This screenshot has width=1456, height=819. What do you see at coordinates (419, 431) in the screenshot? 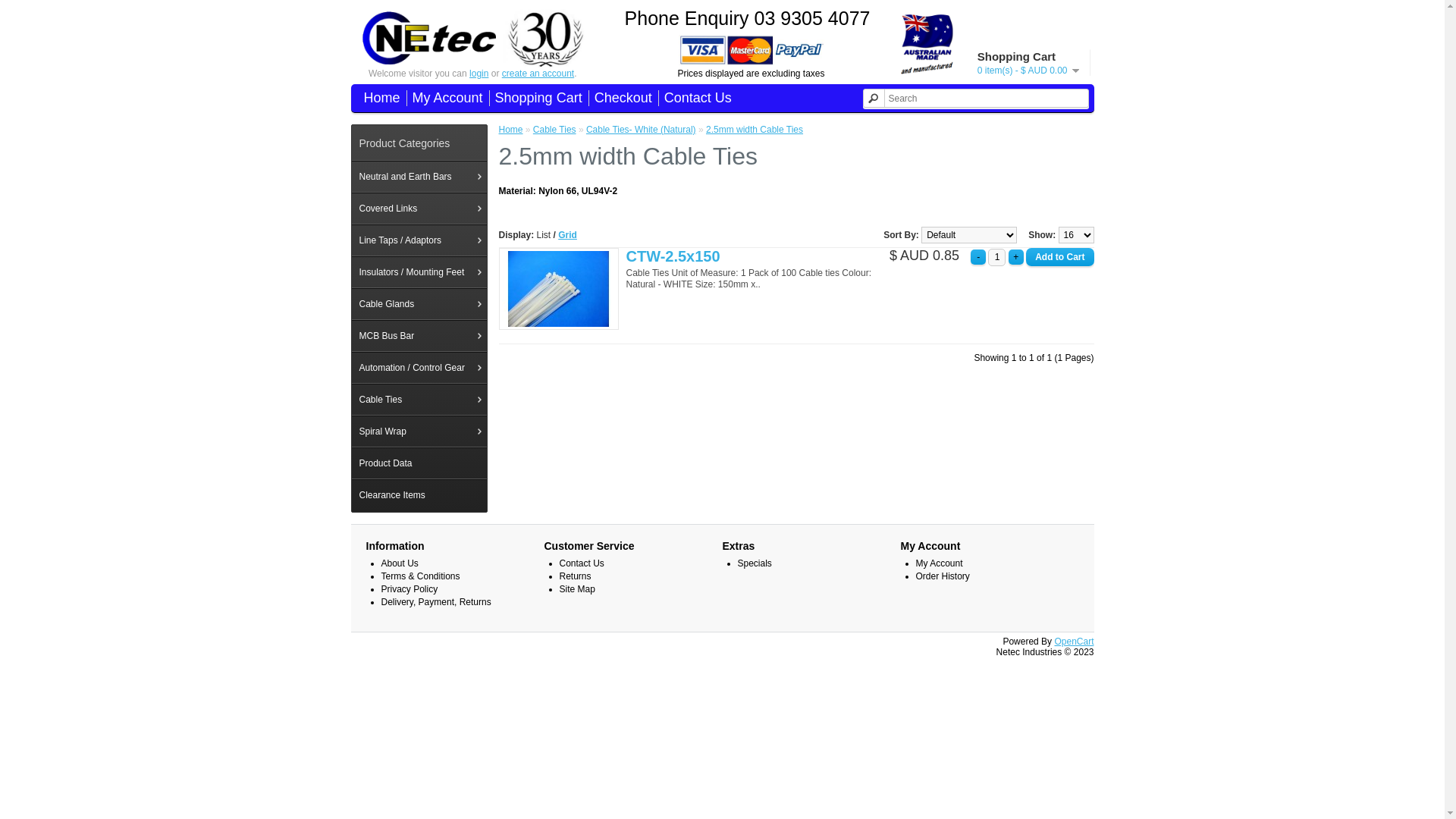
I see `'Spiral Wrap'` at bounding box center [419, 431].